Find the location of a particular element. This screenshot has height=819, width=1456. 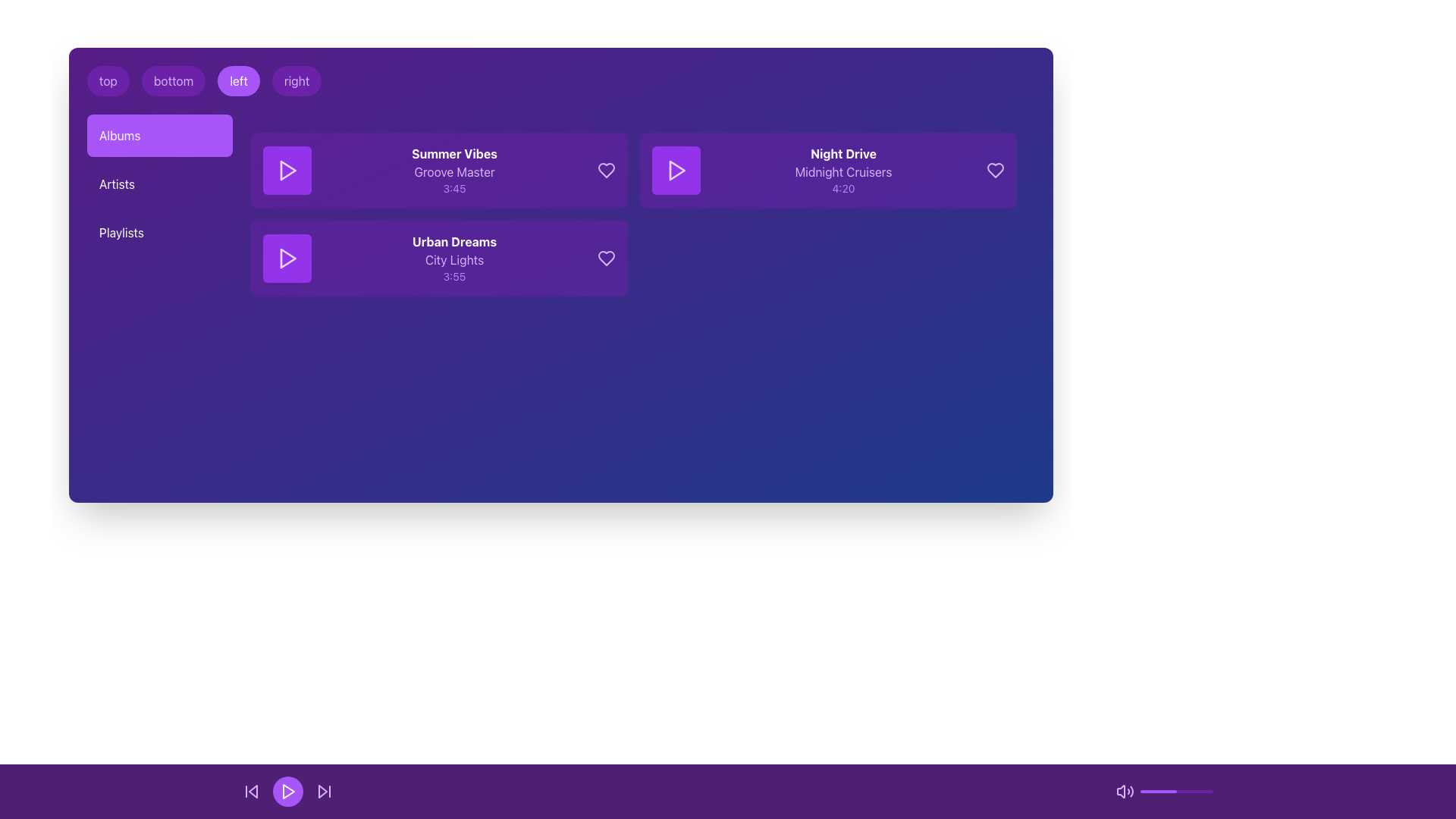

the heart icon next to the 'Groove Master' song listing is located at coordinates (607, 170).